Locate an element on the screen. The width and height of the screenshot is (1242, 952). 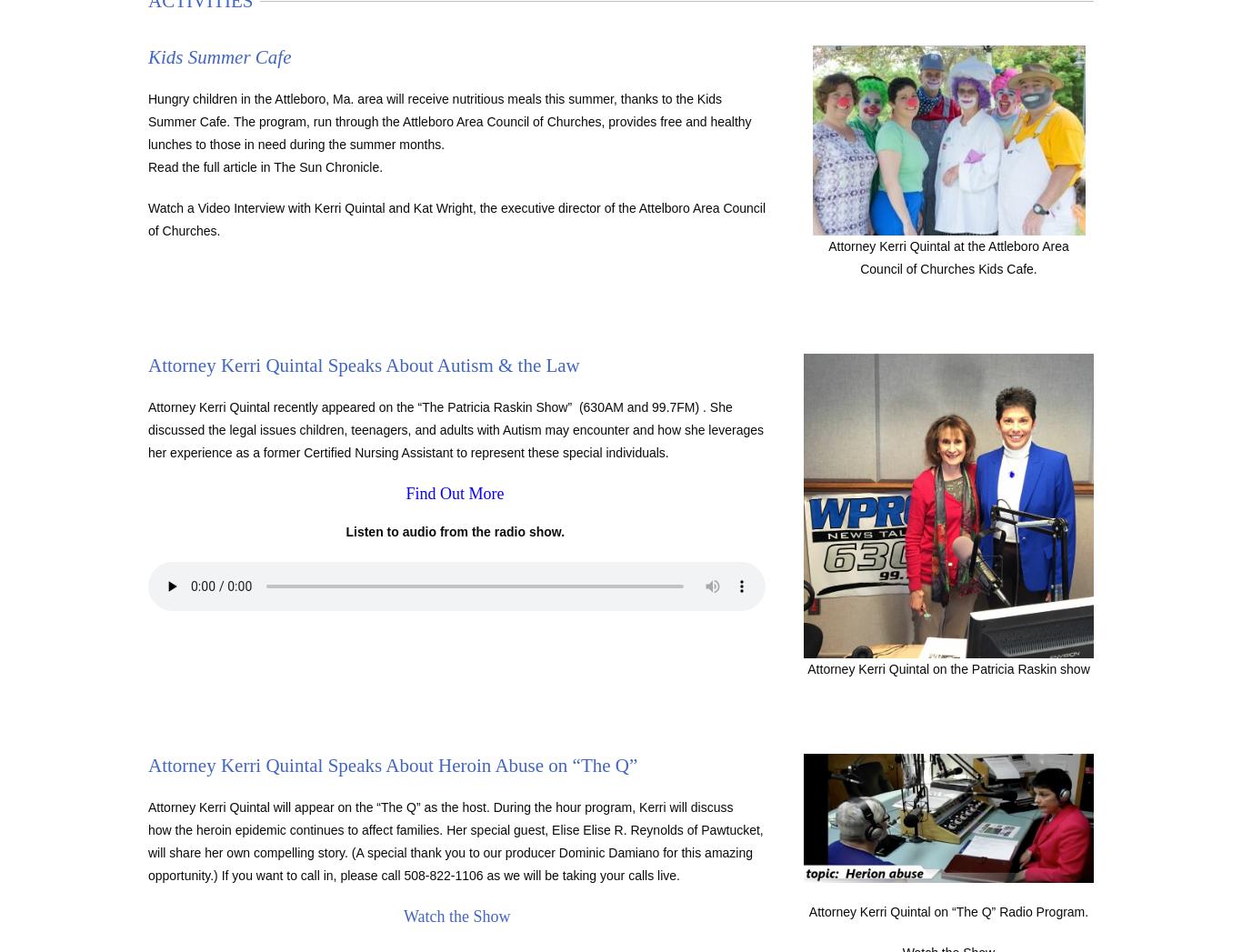
'former Certified Nursing Assistant' is located at coordinates (358, 451).